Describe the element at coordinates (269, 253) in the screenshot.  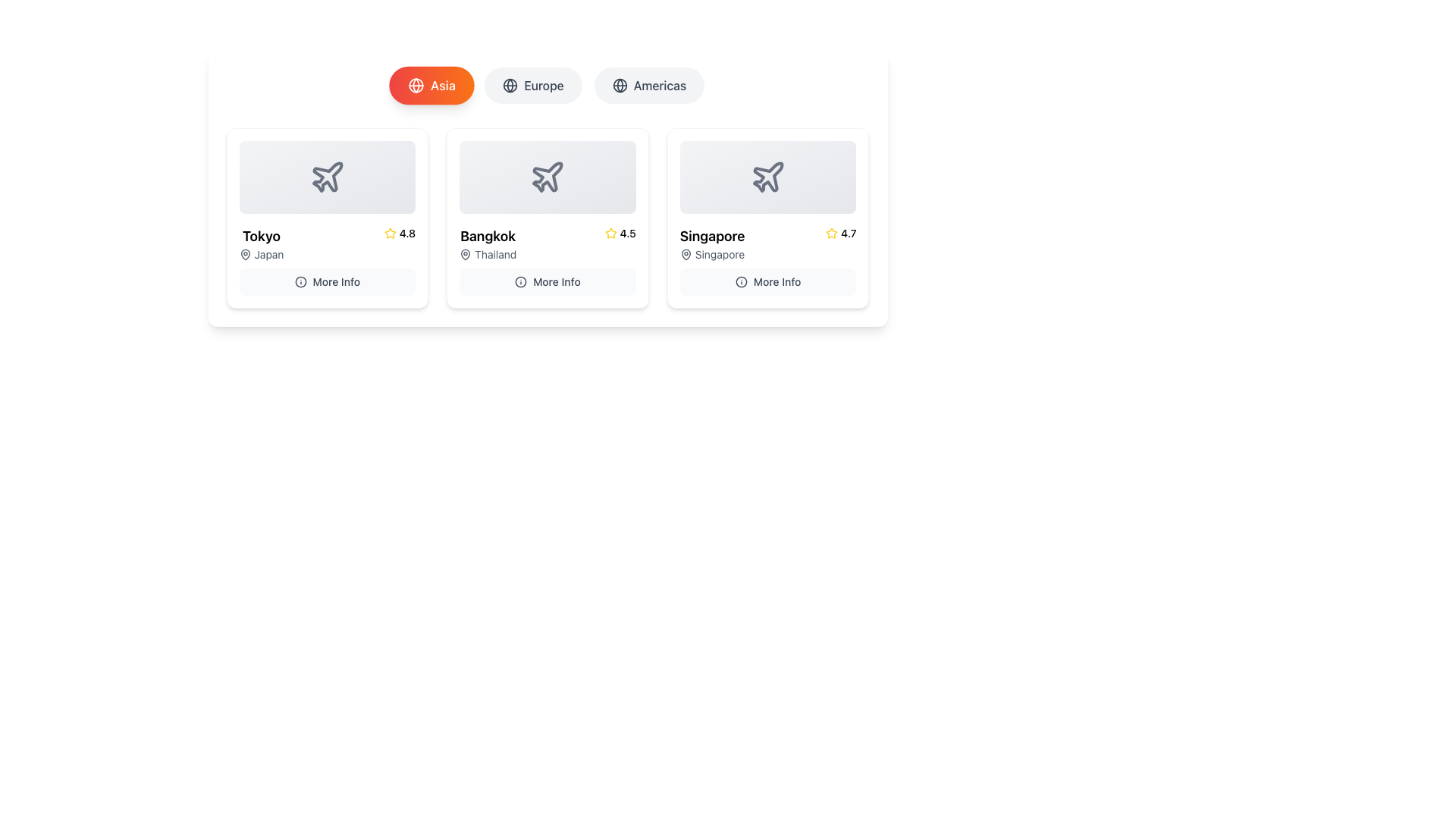
I see `the text label displaying 'Japan' which is located` at that location.